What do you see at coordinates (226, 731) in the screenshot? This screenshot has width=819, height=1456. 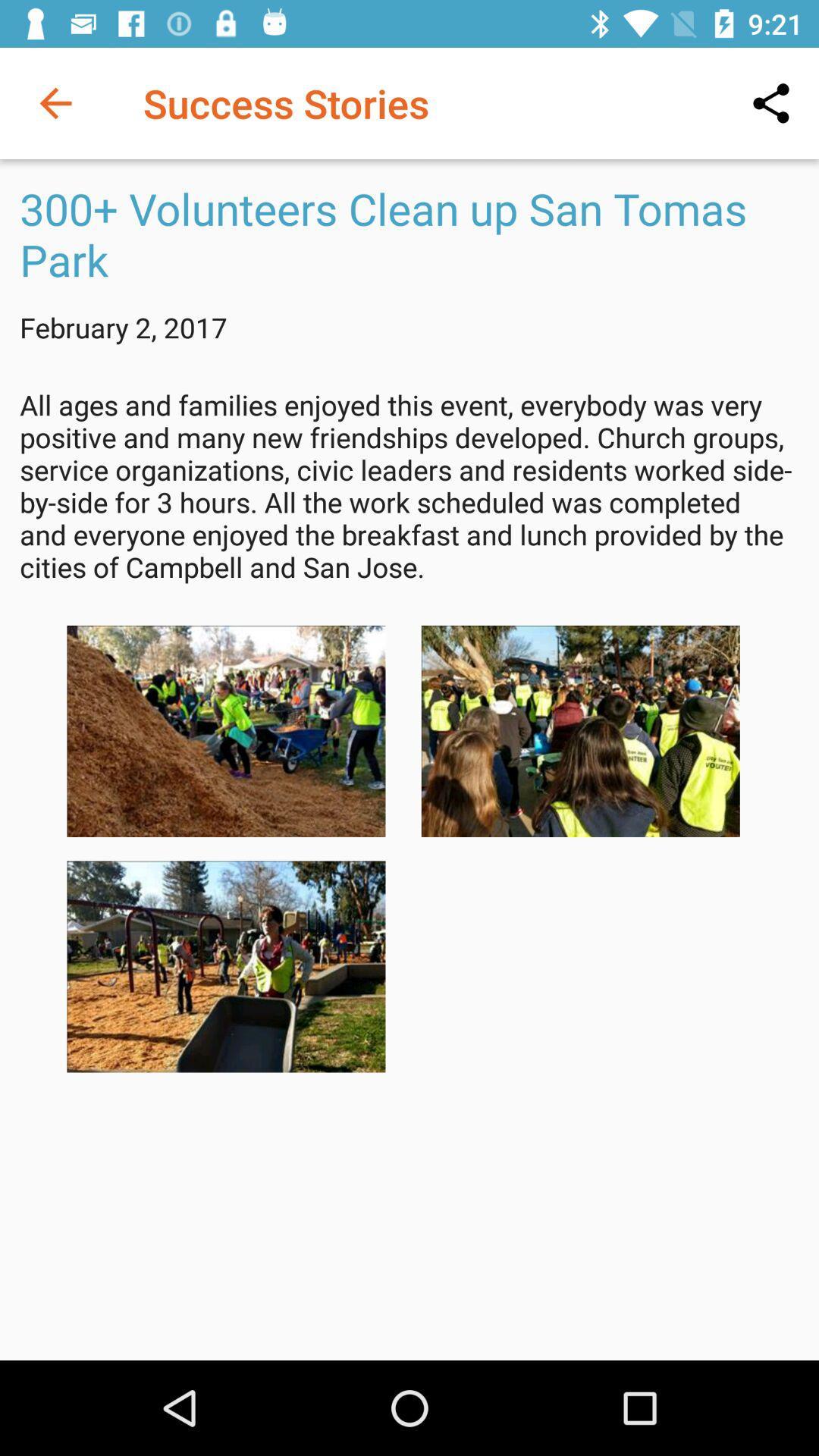 I see `icon below all ages and icon` at bounding box center [226, 731].